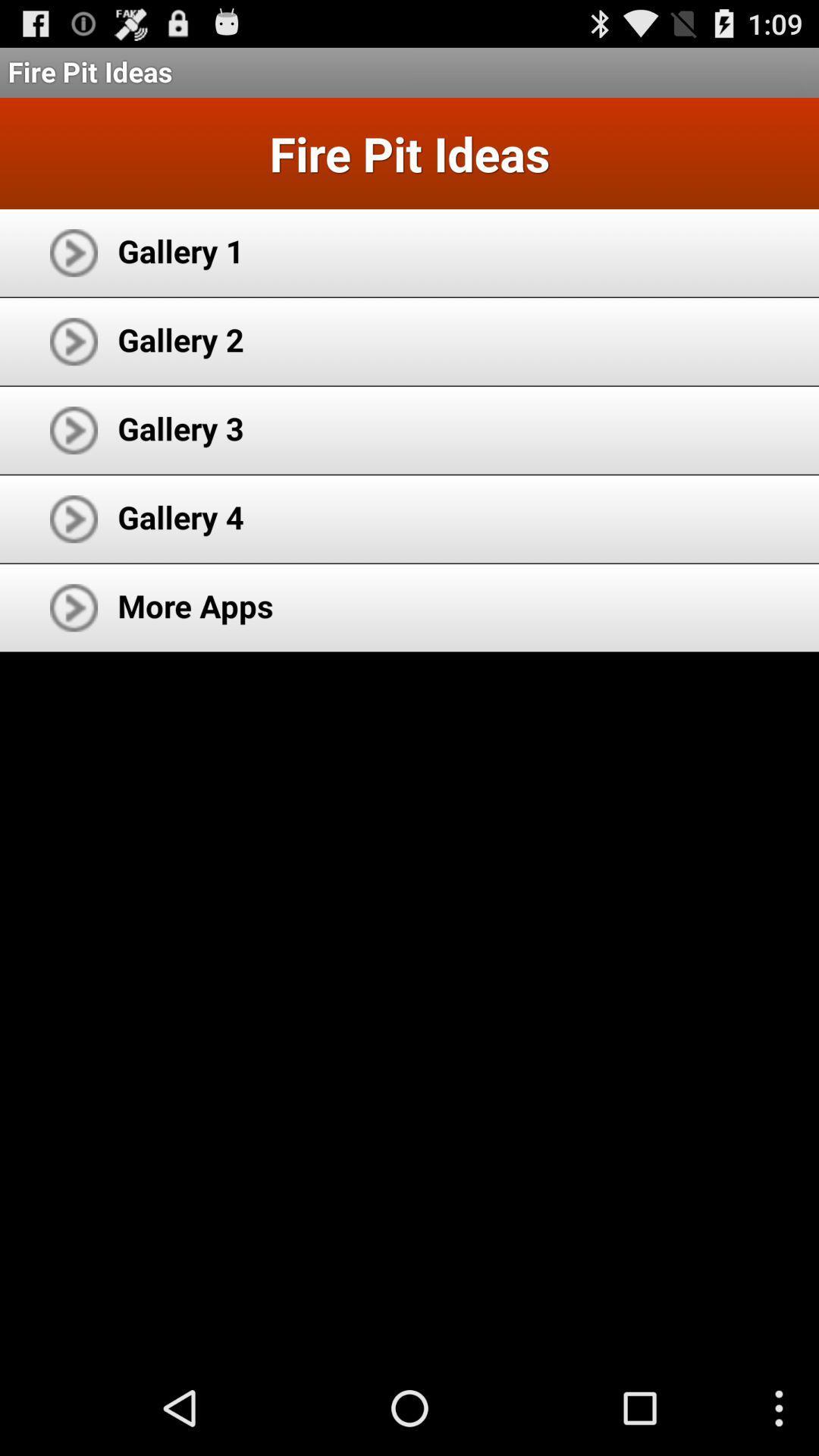  Describe the element at coordinates (180, 250) in the screenshot. I see `gallery 1 icon` at that location.